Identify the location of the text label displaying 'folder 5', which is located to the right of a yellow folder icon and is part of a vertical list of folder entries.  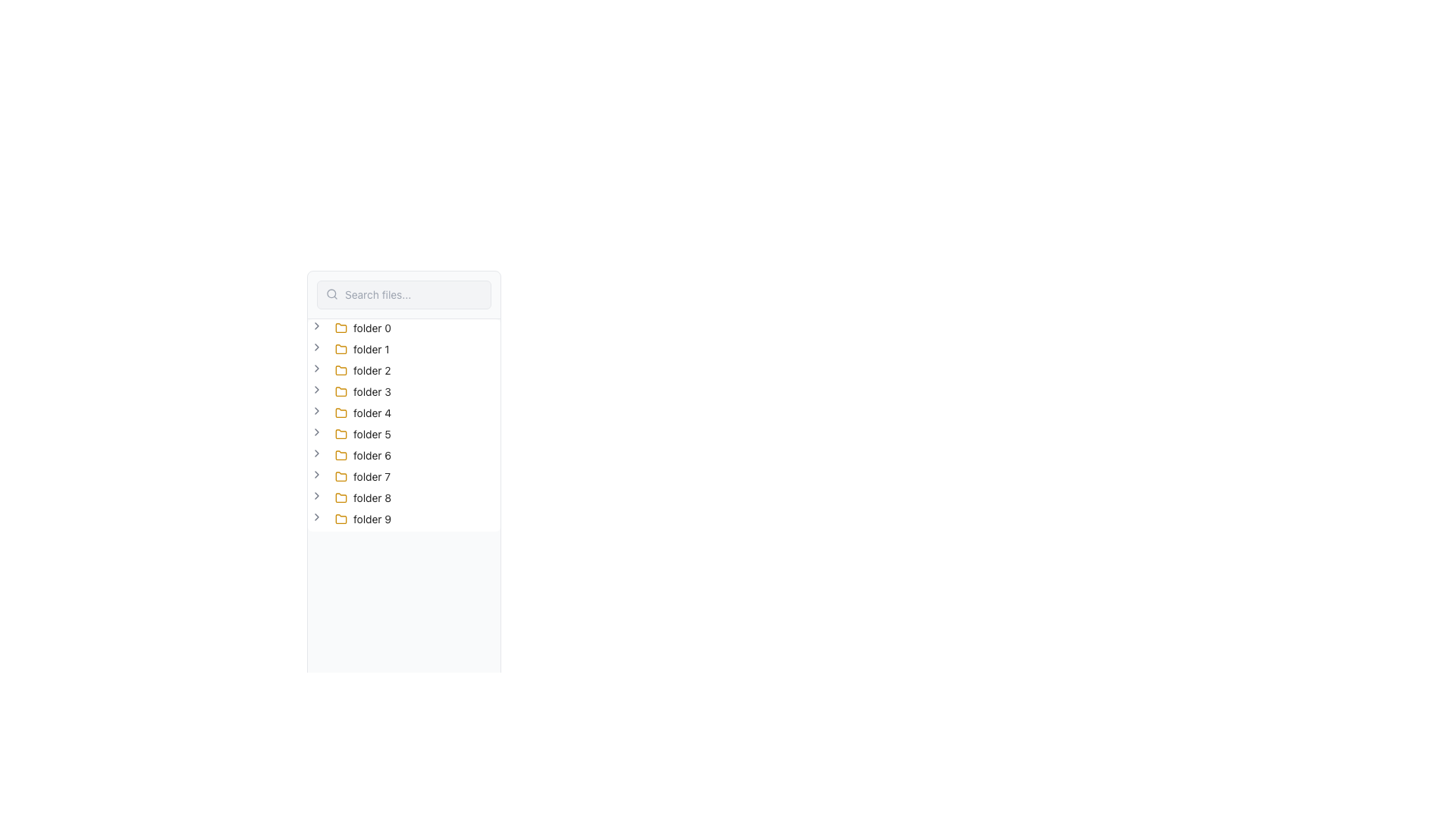
(372, 435).